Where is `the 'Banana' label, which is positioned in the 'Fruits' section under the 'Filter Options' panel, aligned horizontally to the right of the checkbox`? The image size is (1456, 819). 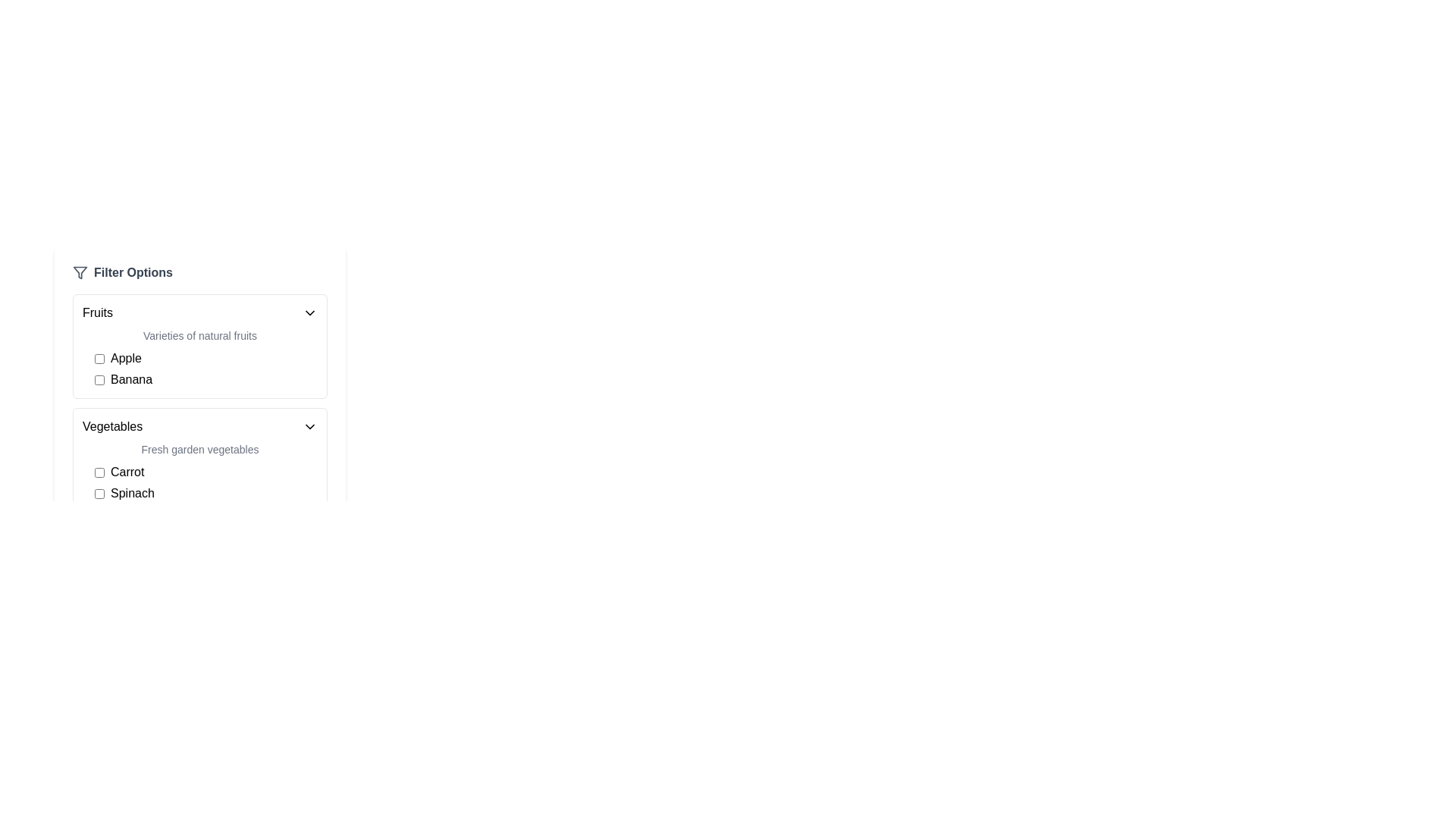 the 'Banana' label, which is positioned in the 'Fruits' section under the 'Filter Options' panel, aligned horizontally to the right of the checkbox is located at coordinates (131, 379).